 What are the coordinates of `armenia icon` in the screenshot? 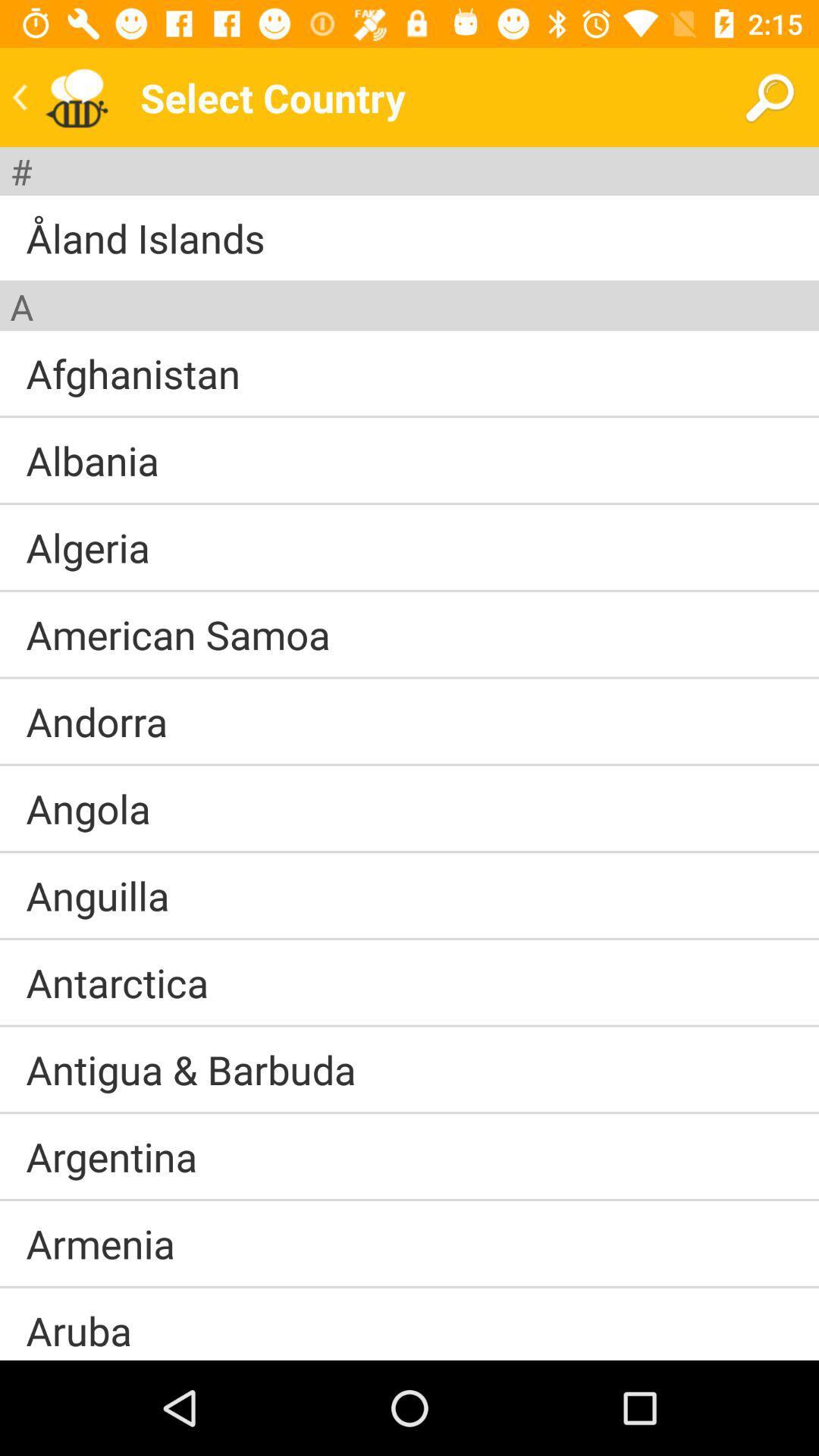 It's located at (100, 1243).